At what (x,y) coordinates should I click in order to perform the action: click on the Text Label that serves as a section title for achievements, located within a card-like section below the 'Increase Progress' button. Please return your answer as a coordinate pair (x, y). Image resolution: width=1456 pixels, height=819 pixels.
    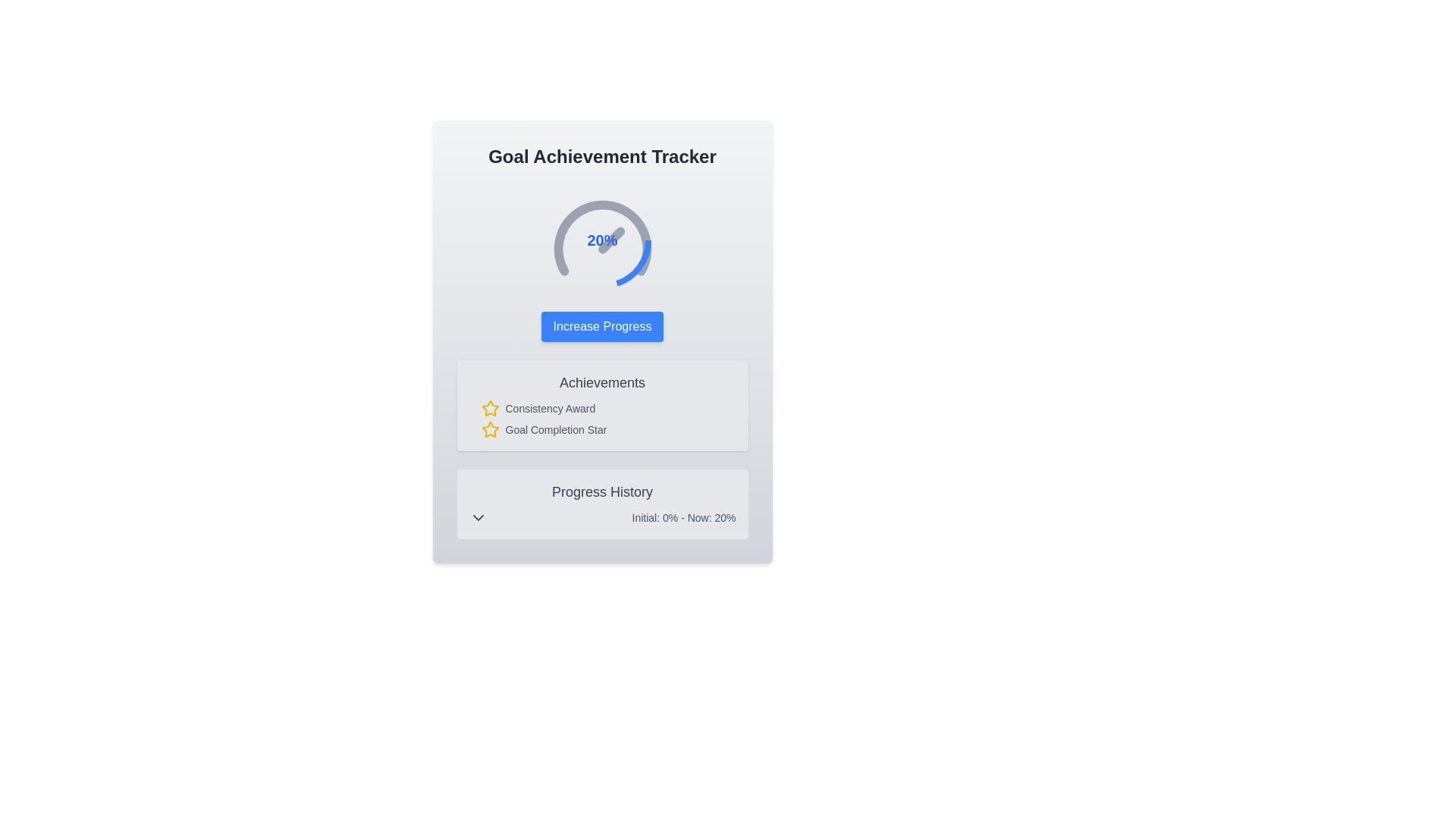
    Looking at the image, I should click on (601, 382).